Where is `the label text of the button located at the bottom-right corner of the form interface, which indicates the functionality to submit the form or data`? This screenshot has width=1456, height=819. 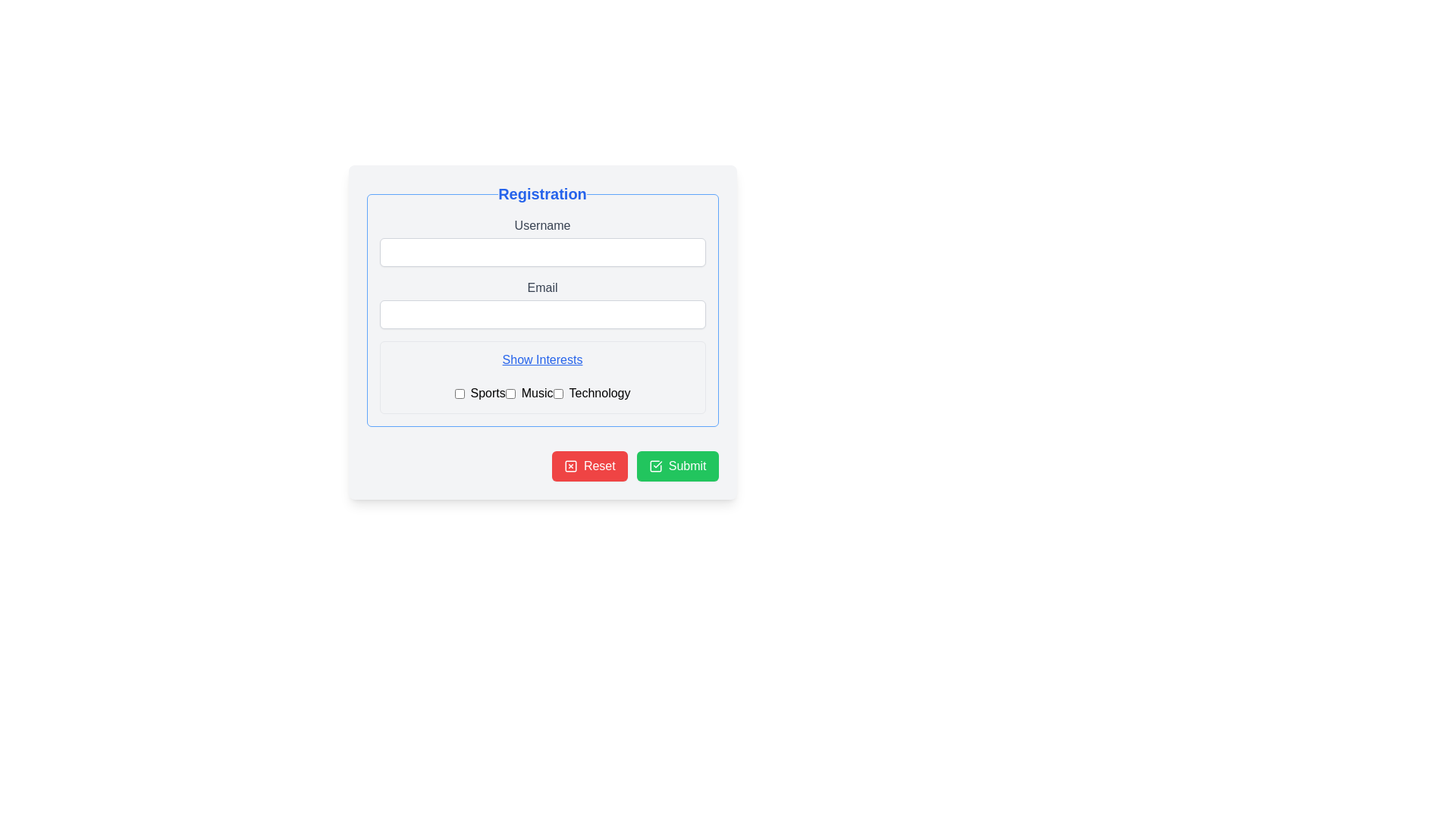 the label text of the button located at the bottom-right corner of the form interface, which indicates the functionality to submit the form or data is located at coordinates (686, 465).